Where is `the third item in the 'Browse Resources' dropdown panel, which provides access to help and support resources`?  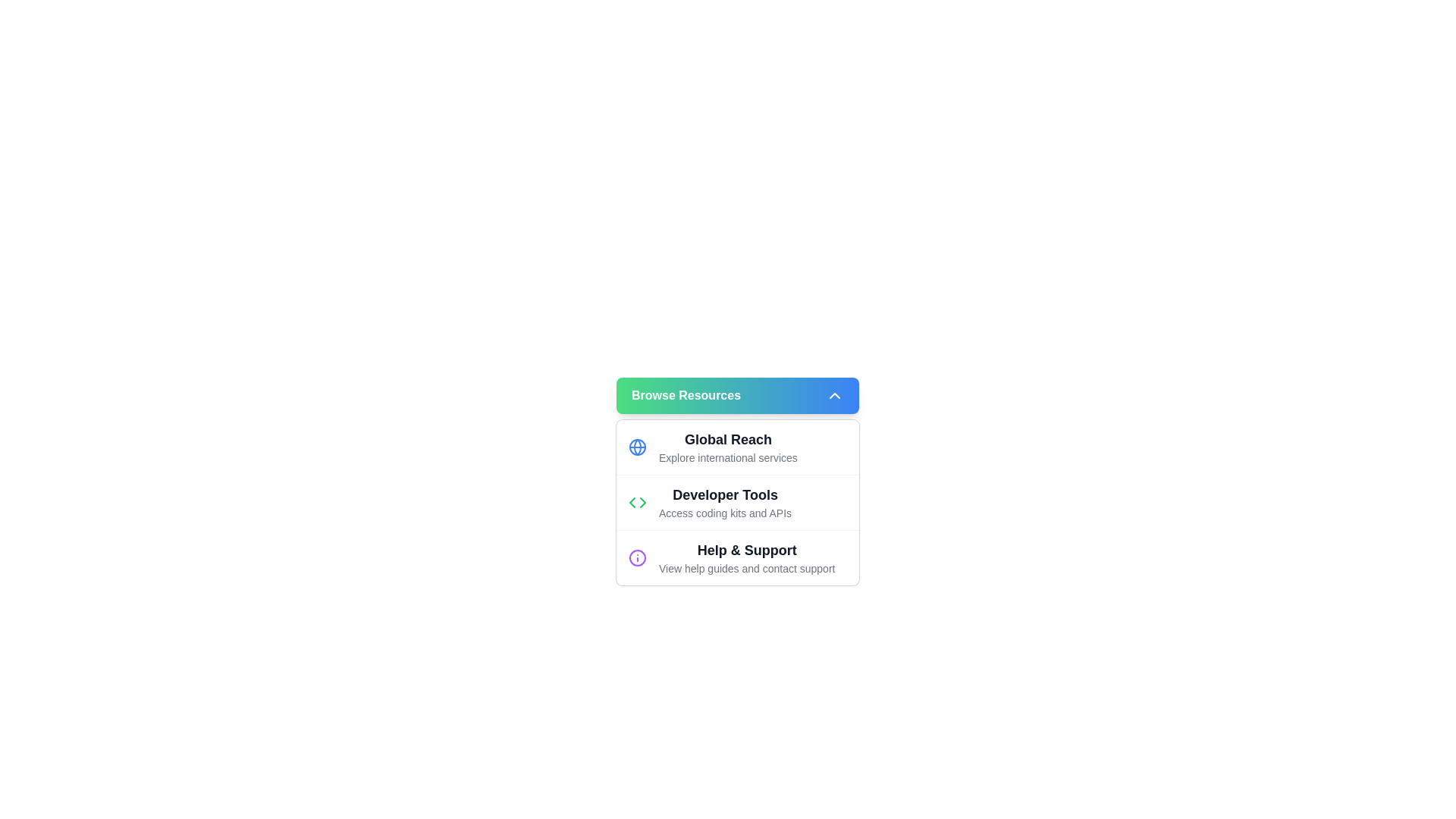 the third item in the 'Browse Resources' dropdown panel, which provides access to help and support resources is located at coordinates (747, 558).